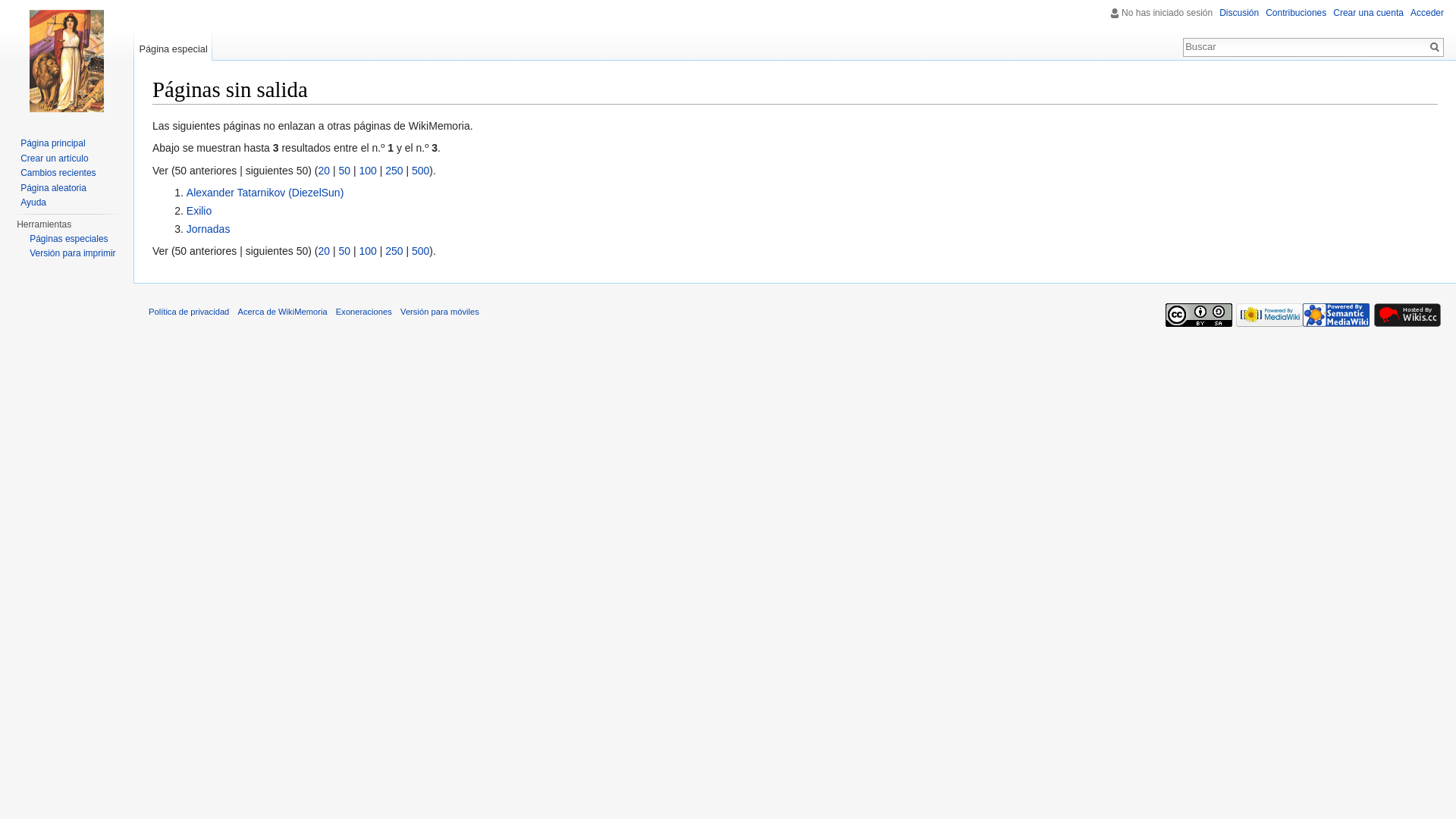 The height and width of the screenshot is (819, 1456). Describe the element at coordinates (420, 170) in the screenshot. I see `'500'` at that location.